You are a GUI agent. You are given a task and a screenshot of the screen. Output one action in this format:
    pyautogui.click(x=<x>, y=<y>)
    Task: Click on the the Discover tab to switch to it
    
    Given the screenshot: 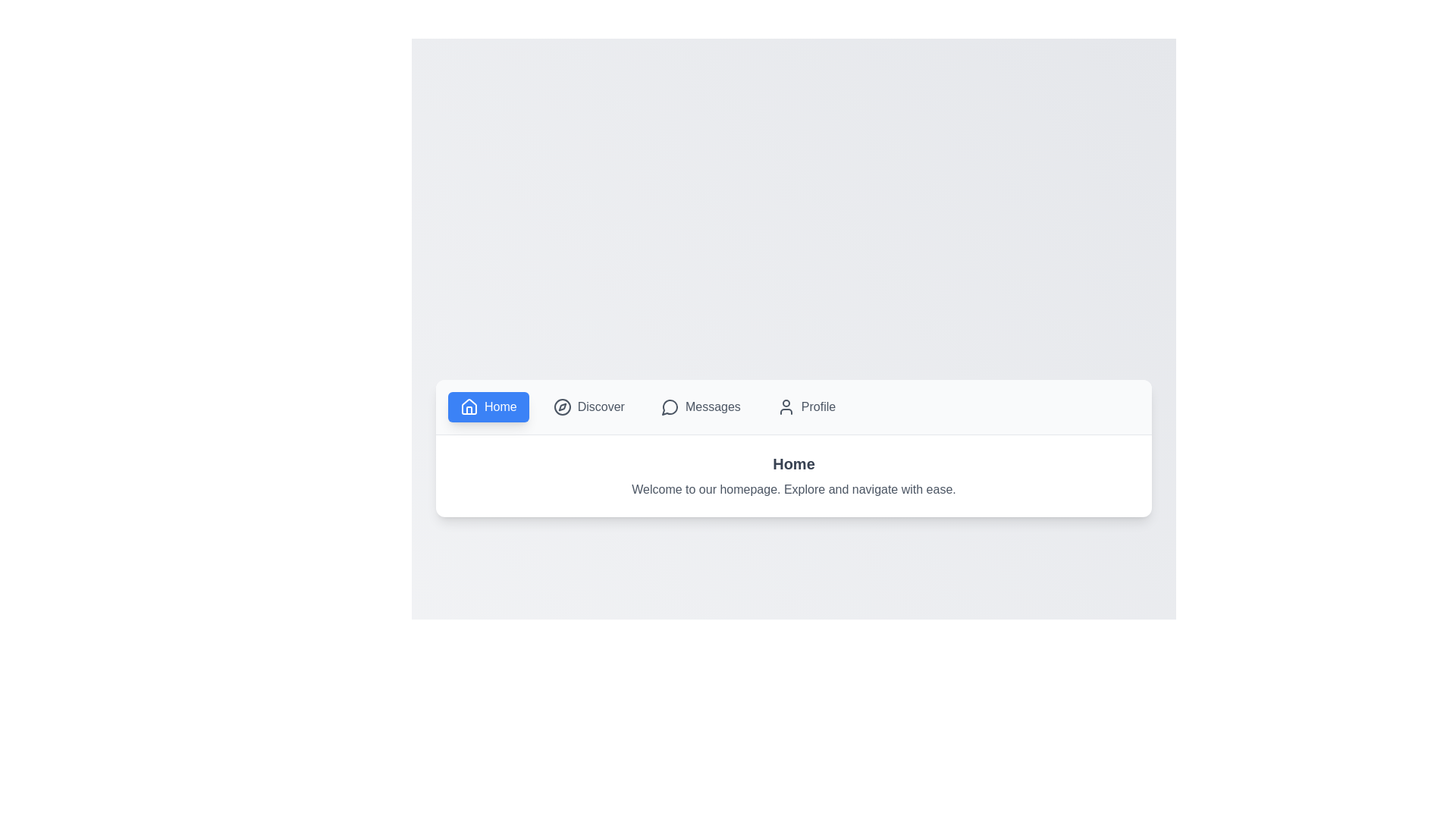 What is the action you would take?
    pyautogui.click(x=588, y=406)
    